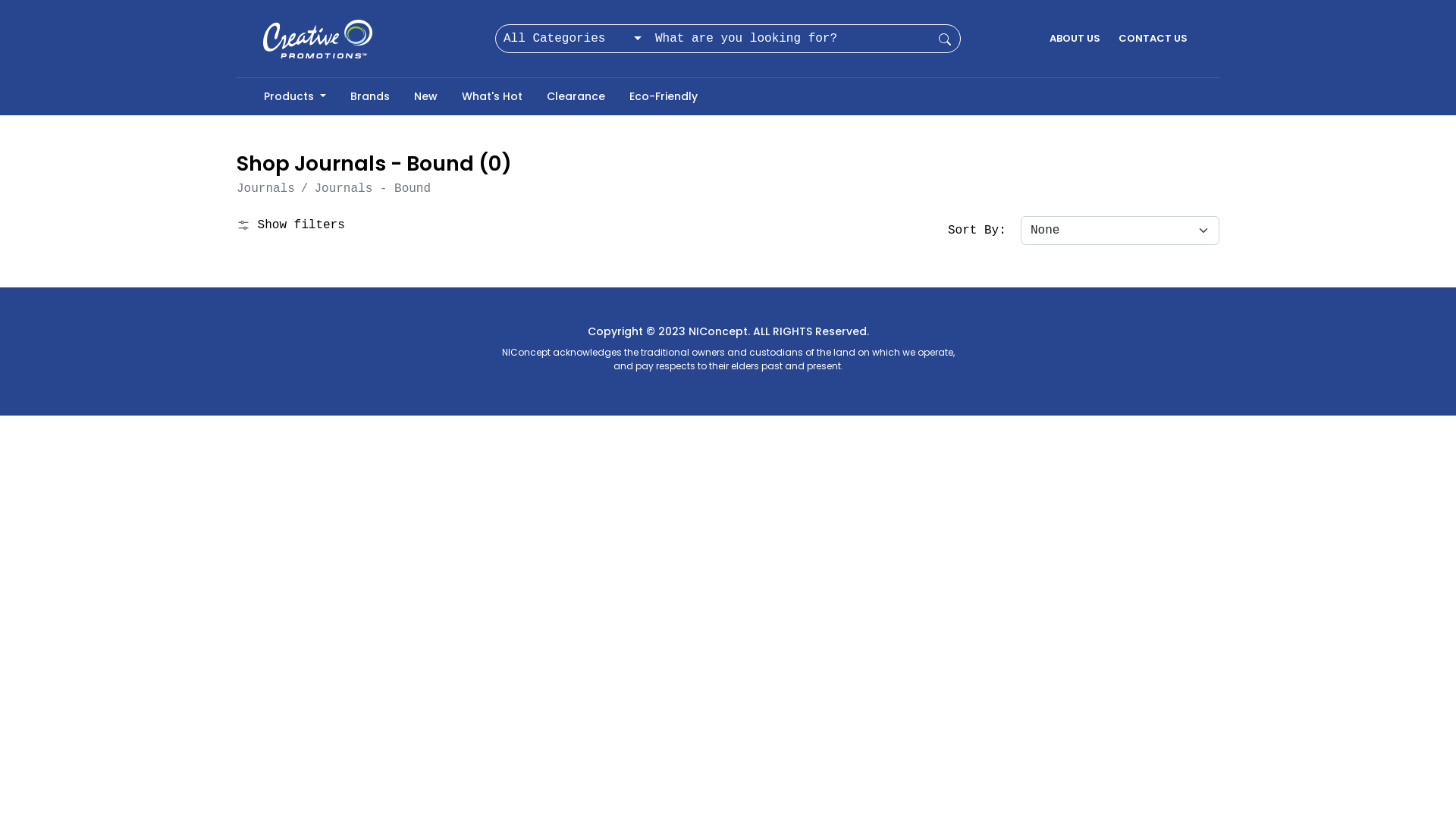 This screenshot has width=1456, height=819. Describe the element at coordinates (1074, 37) in the screenshot. I see `'ABOUT US'` at that location.